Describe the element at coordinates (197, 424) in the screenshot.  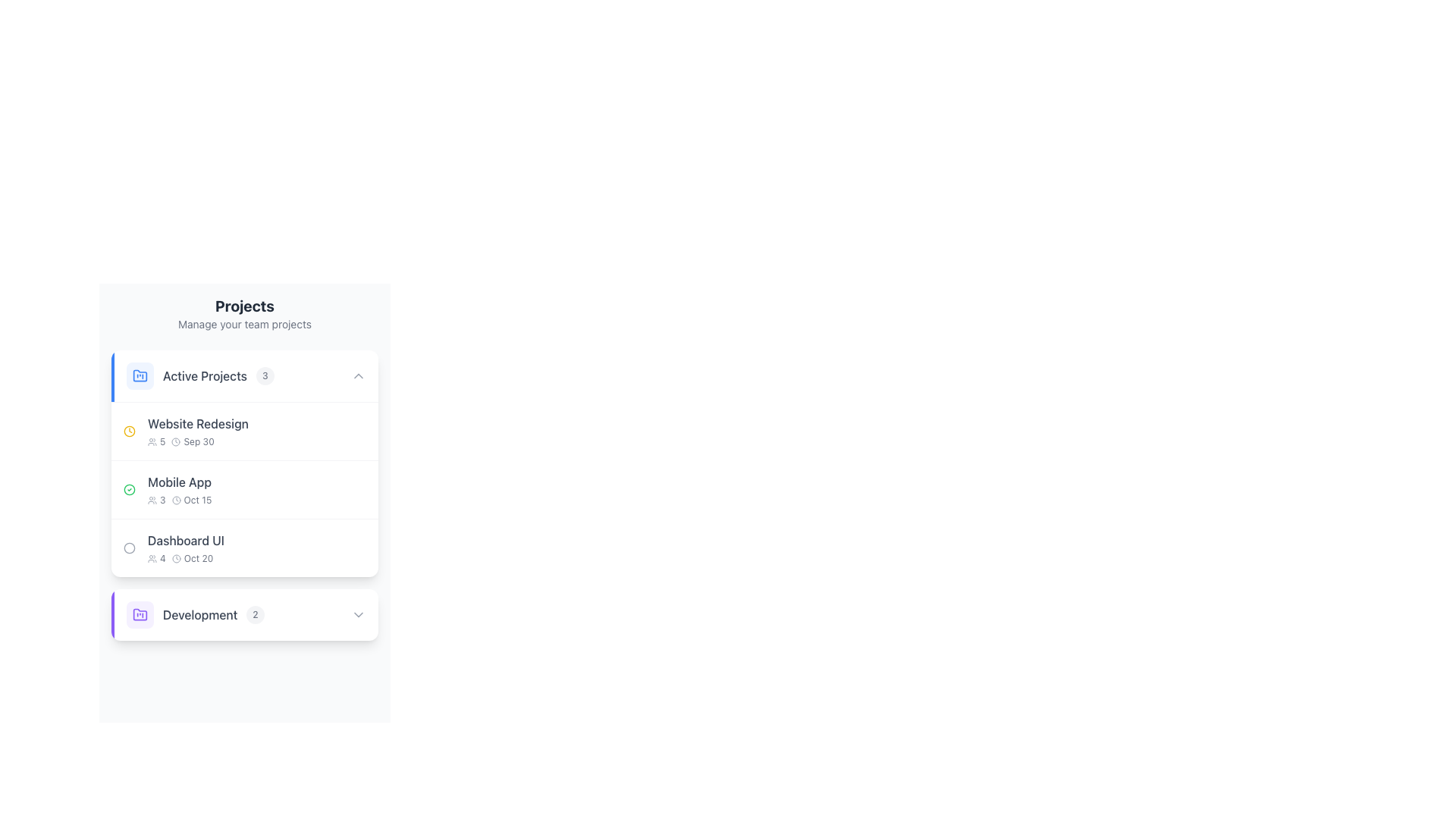
I see `the static text label displaying the project title 'Website Redesign', which is the first project listed under the 'Active Projects' group` at that location.